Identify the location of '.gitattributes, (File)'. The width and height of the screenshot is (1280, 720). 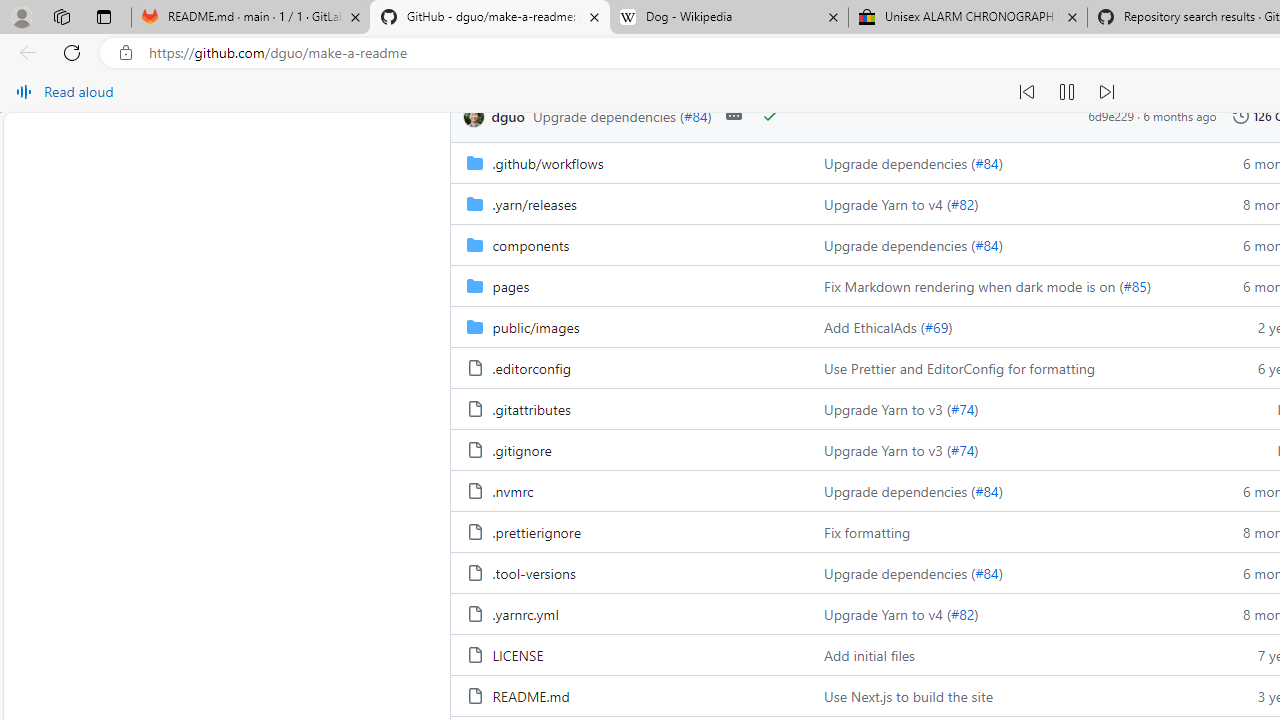
(531, 407).